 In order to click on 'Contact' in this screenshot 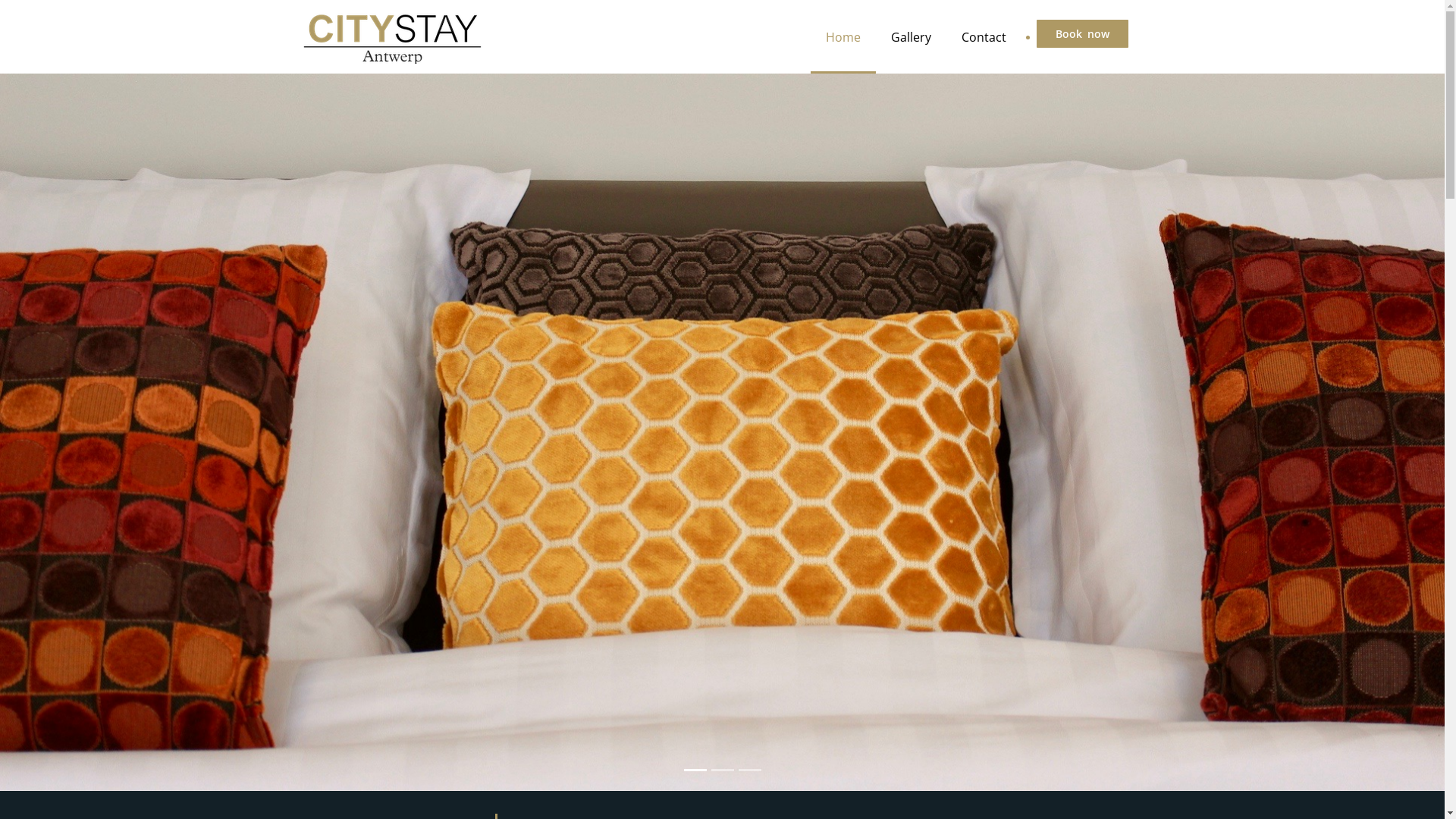, I will do `click(984, 36)`.